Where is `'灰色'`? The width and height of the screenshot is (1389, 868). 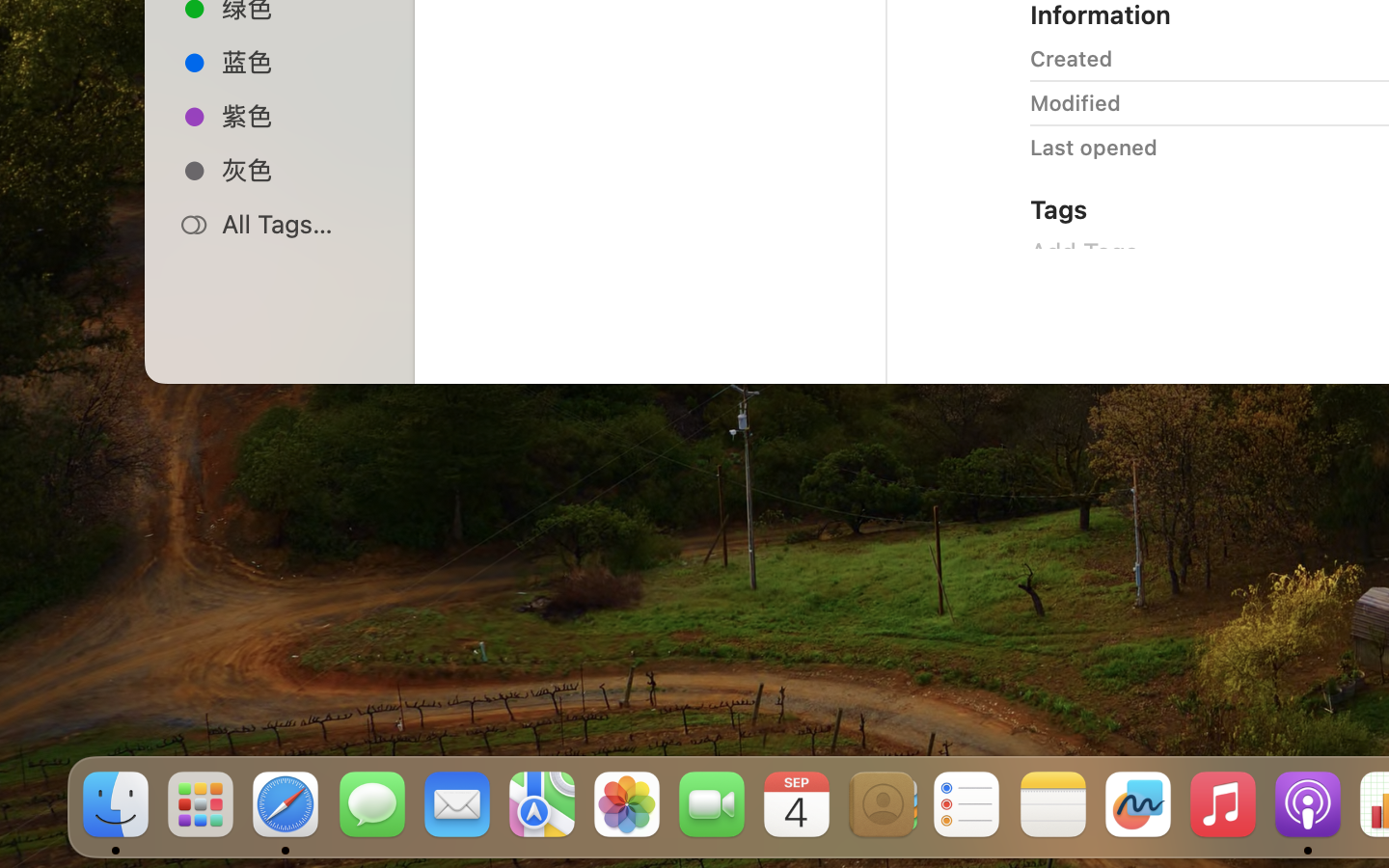
'灰色' is located at coordinates (300, 170).